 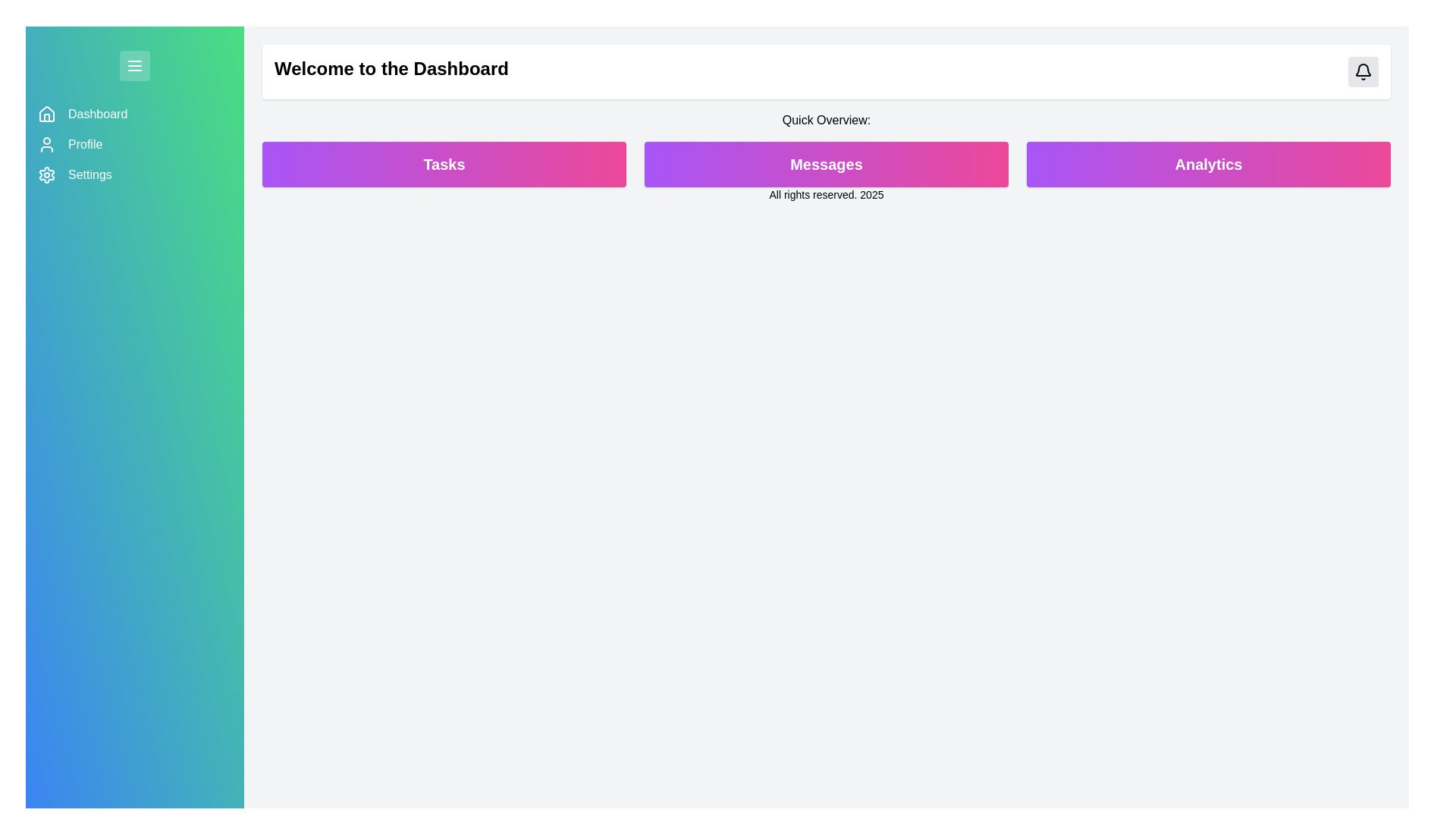 What do you see at coordinates (134, 113) in the screenshot?
I see `the 'Dashboard' button located at the top of the sidebar menu` at bounding box center [134, 113].